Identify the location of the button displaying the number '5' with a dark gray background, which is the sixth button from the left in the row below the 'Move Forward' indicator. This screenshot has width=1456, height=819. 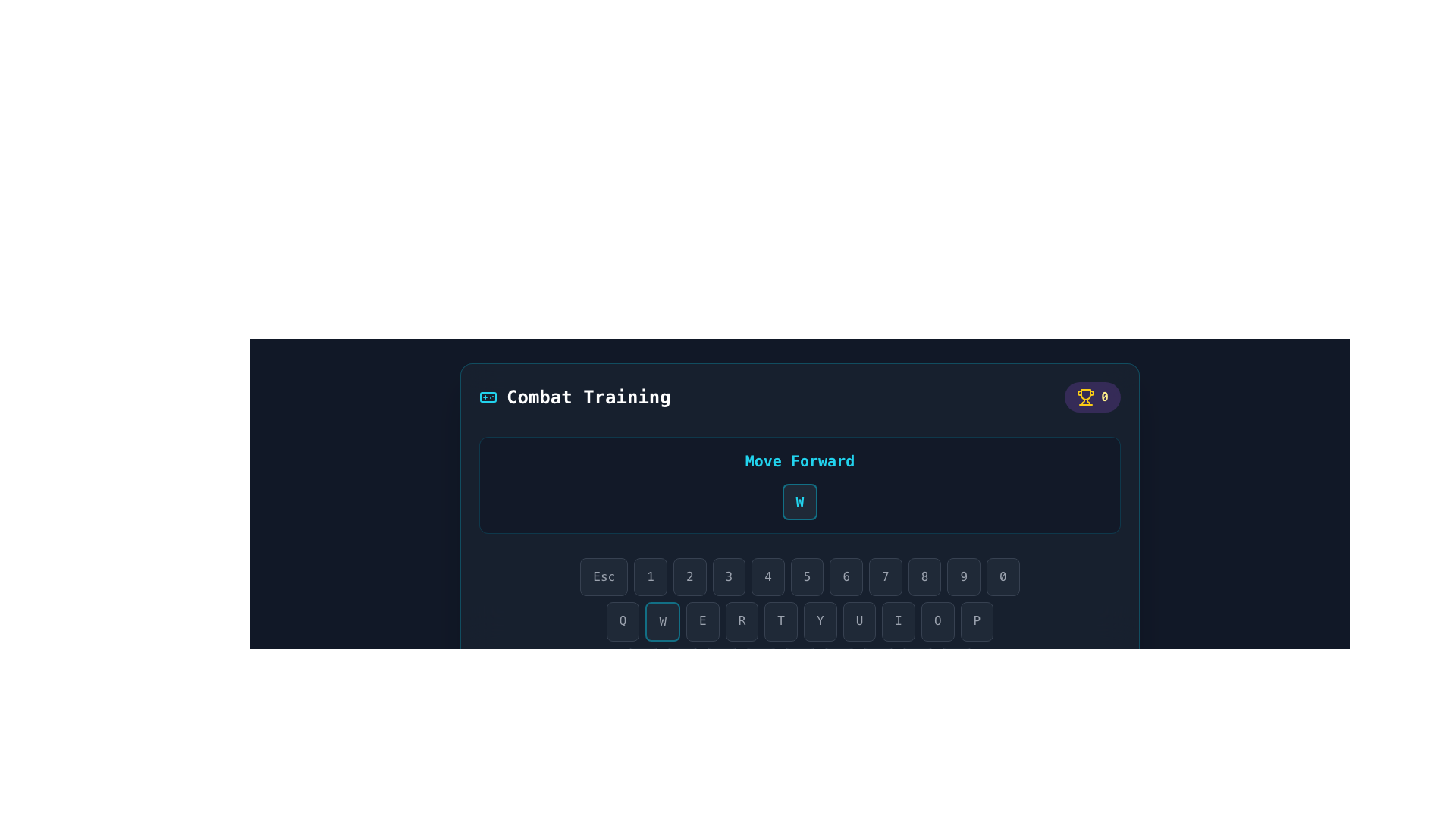
(806, 576).